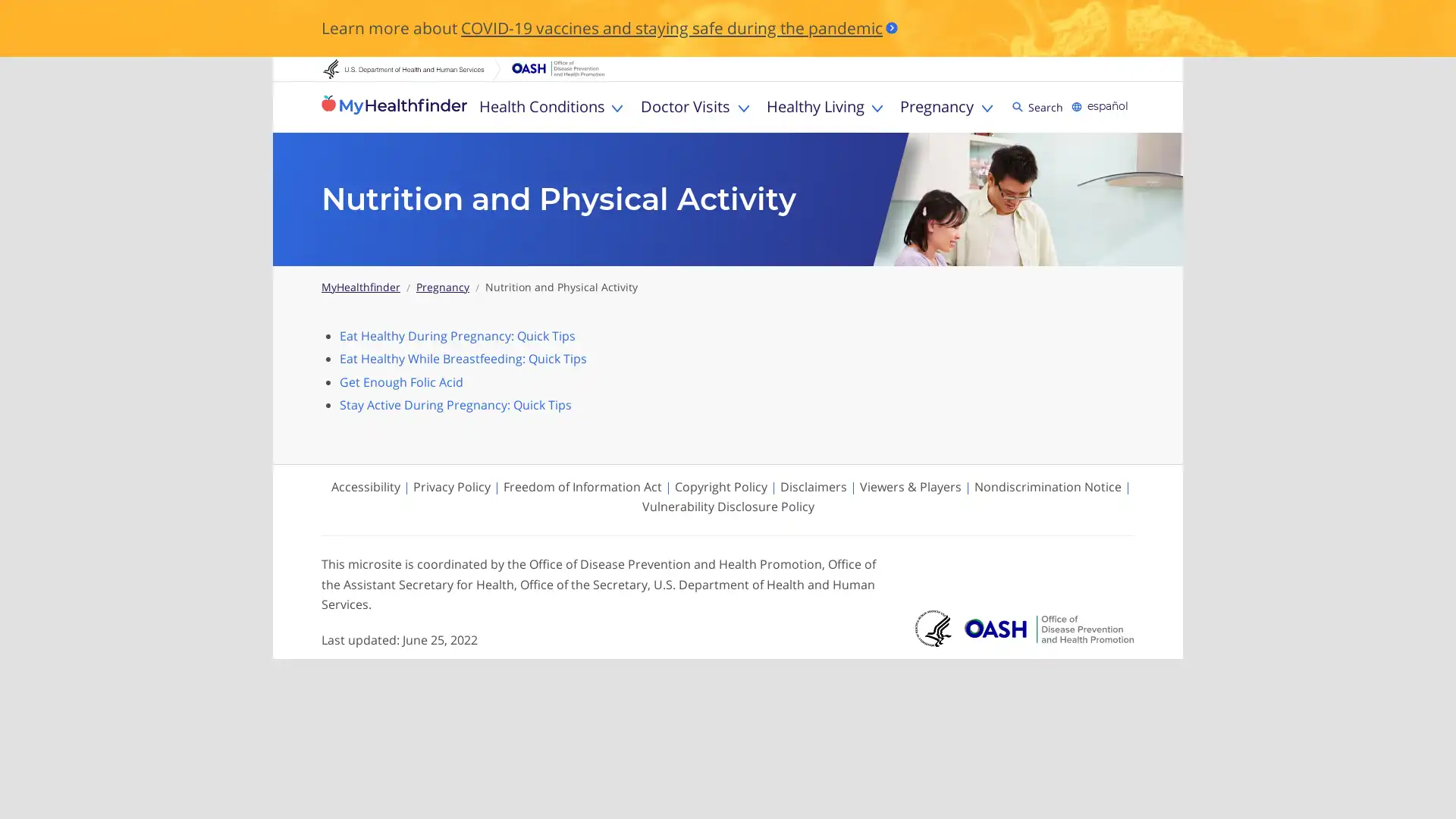  I want to click on Toggle Doctor Visits sub menu, so click(742, 106).